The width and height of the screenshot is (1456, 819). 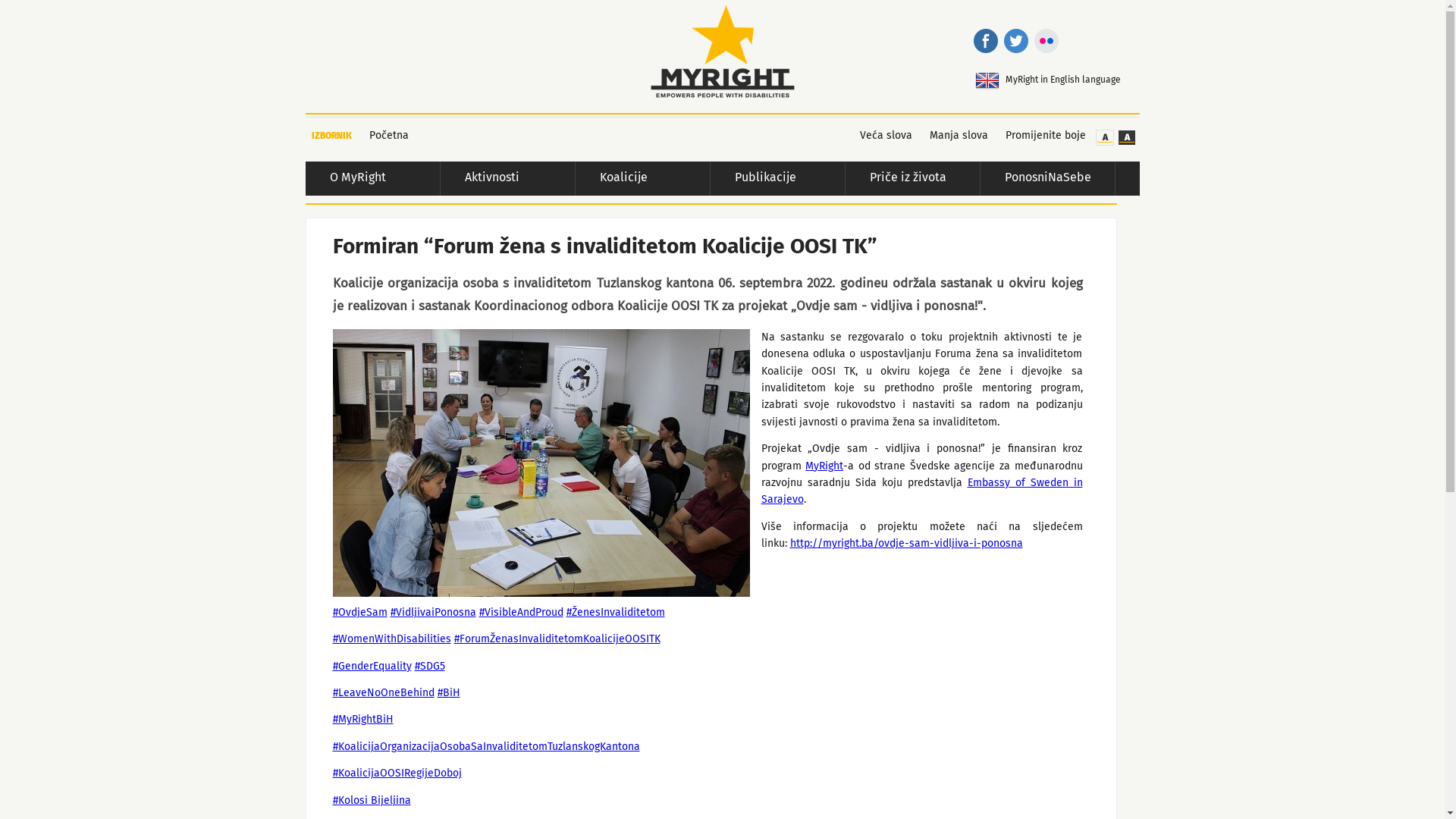 What do you see at coordinates (1092, 182) in the screenshot?
I see `'Kraj glavnog izbornika'` at bounding box center [1092, 182].